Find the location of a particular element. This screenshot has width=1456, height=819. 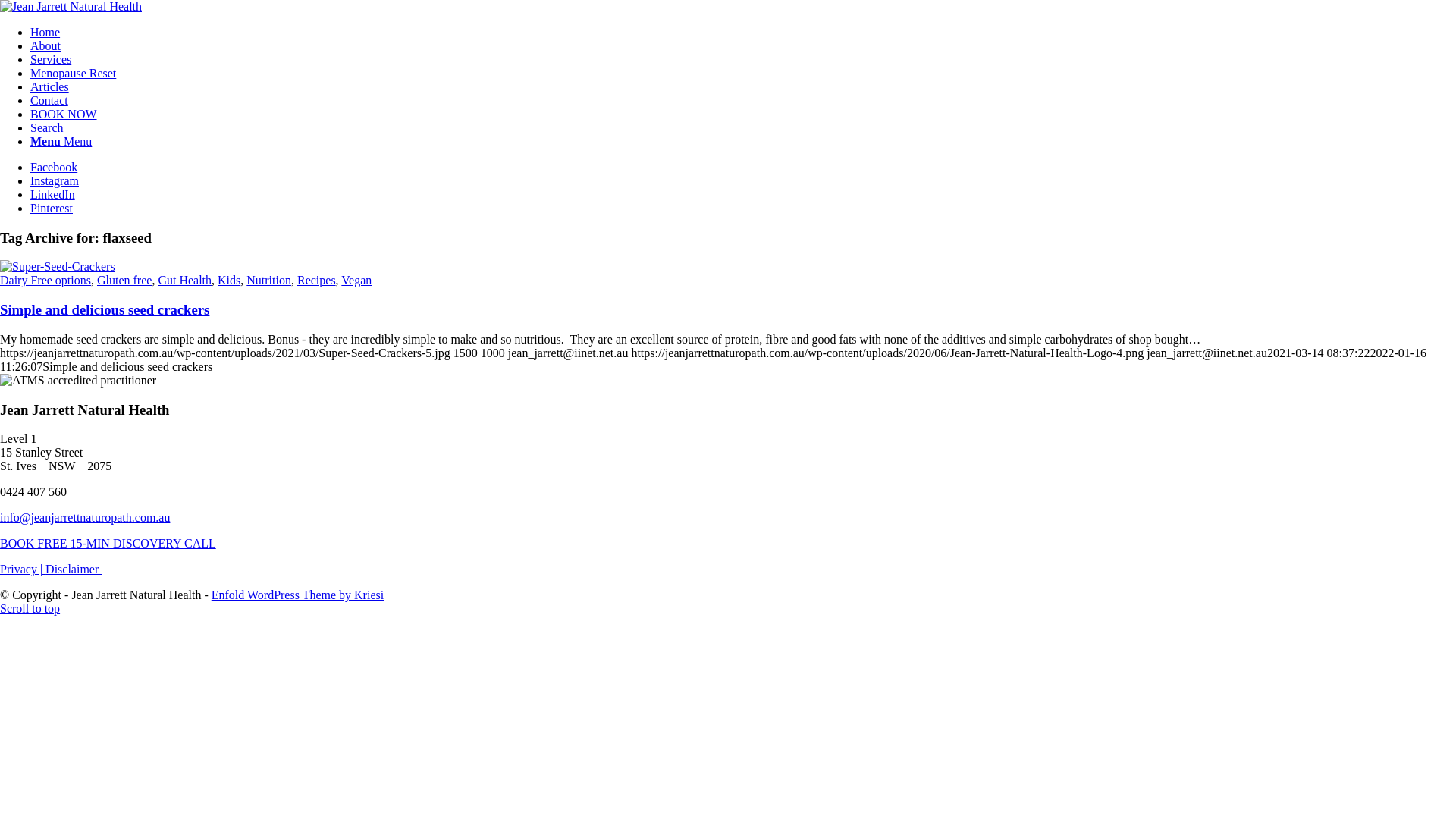

'Services' is located at coordinates (51, 58).